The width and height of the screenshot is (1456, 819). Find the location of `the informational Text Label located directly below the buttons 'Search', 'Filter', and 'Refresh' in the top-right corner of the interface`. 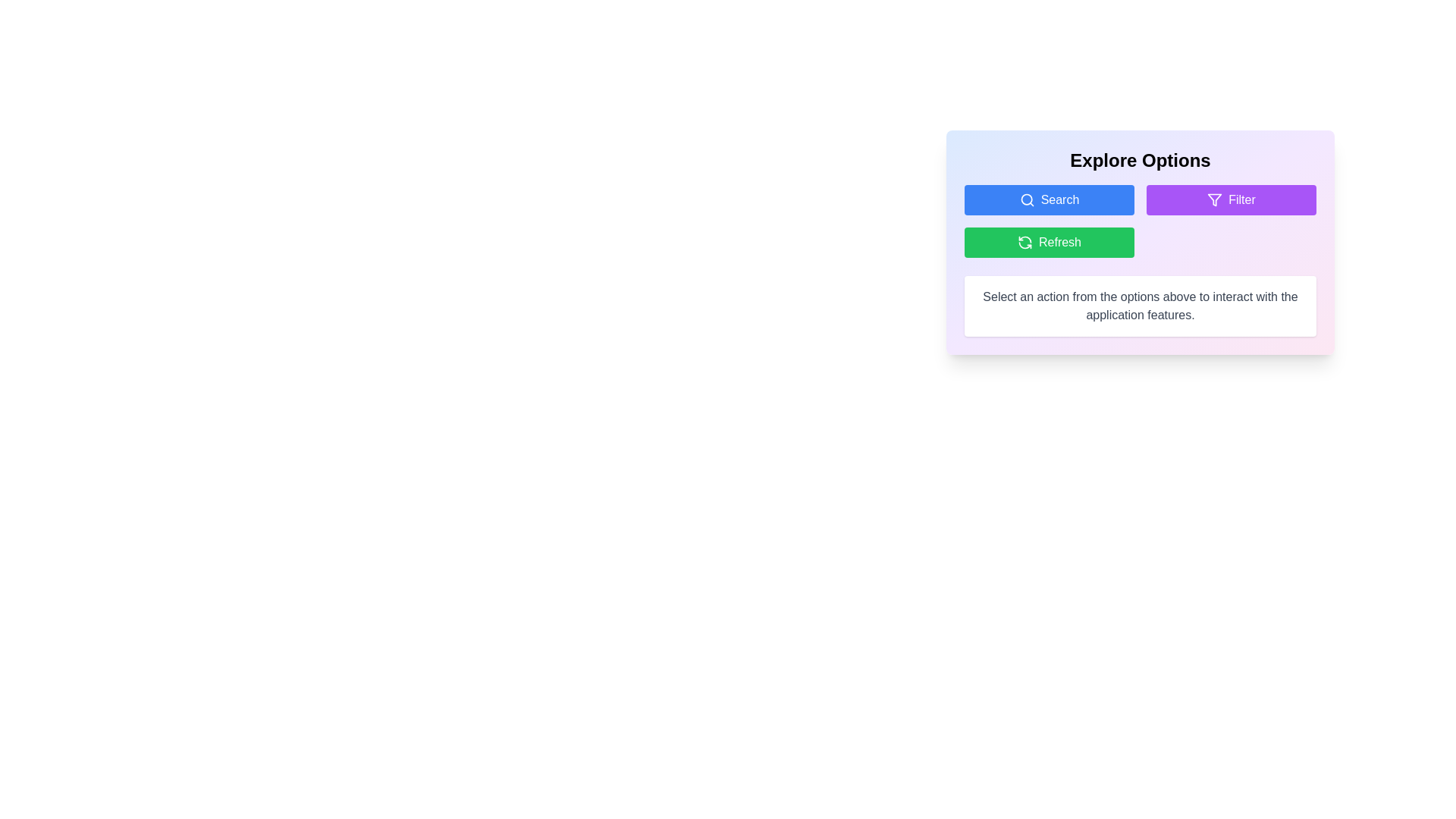

the informational Text Label located directly below the buttons 'Search', 'Filter', and 'Refresh' in the top-right corner of the interface is located at coordinates (1140, 306).